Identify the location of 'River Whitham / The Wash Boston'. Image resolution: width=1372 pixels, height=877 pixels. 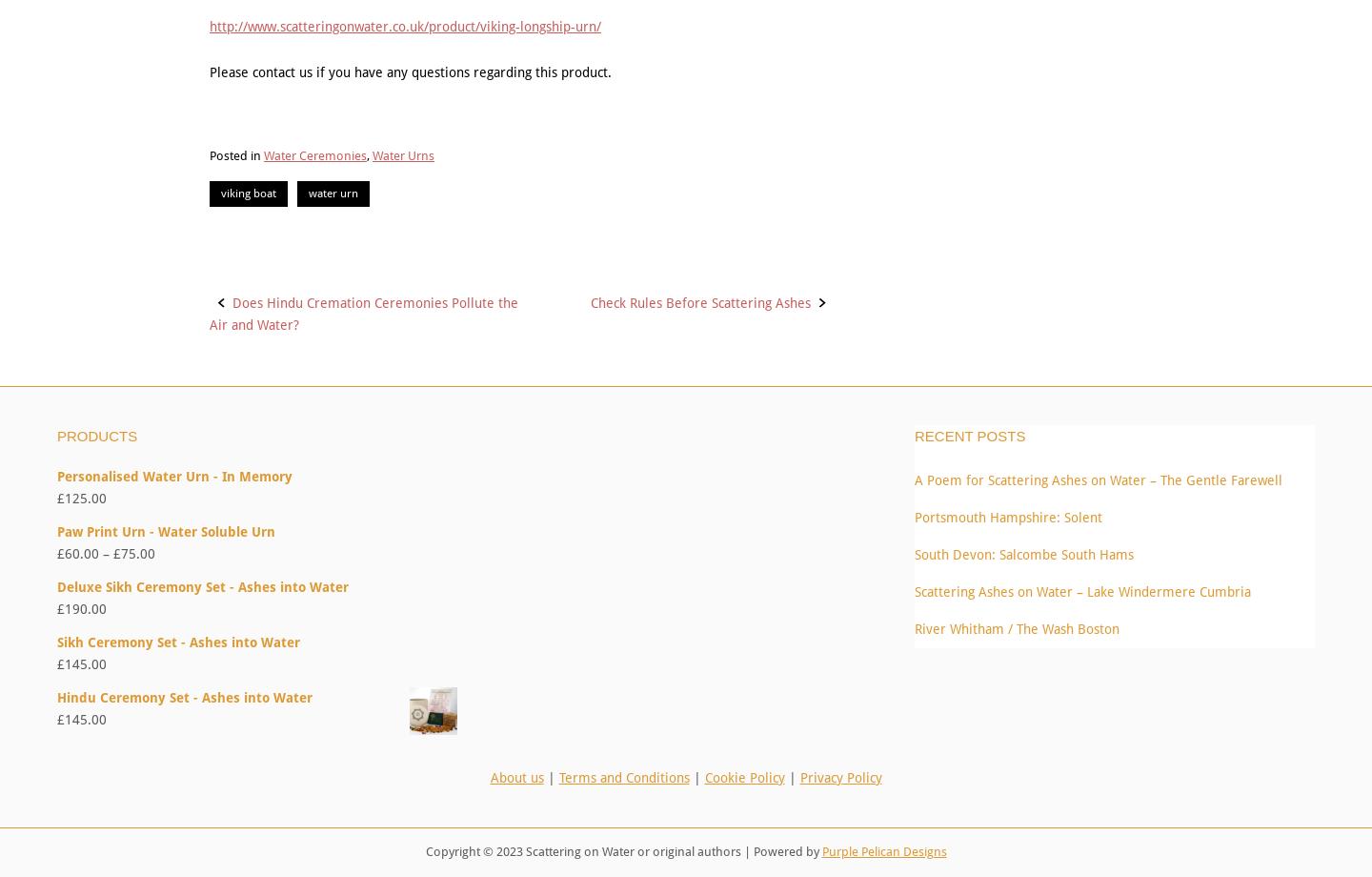
(1017, 626).